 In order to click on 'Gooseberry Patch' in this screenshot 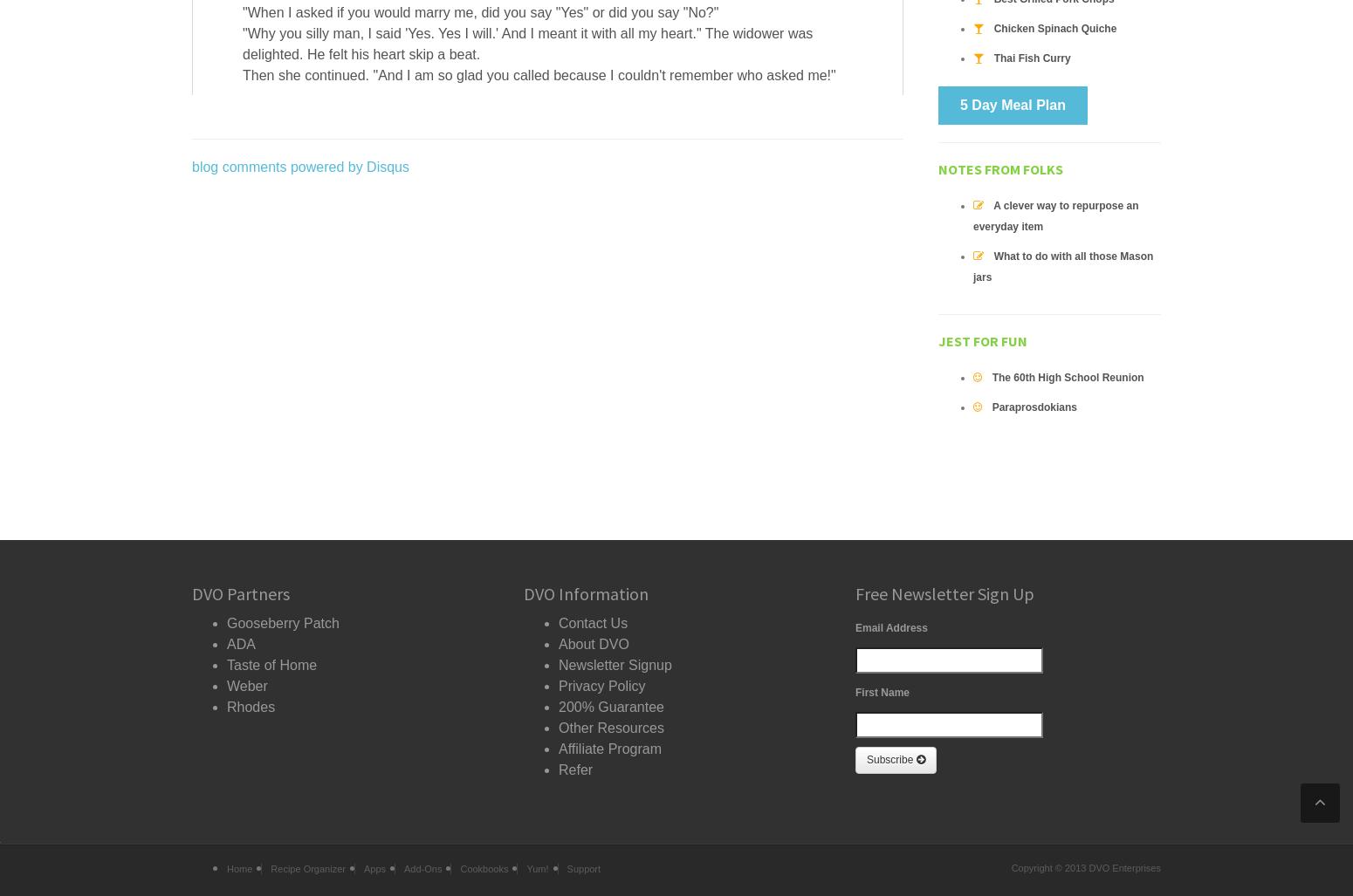, I will do `click(281, 623)`.